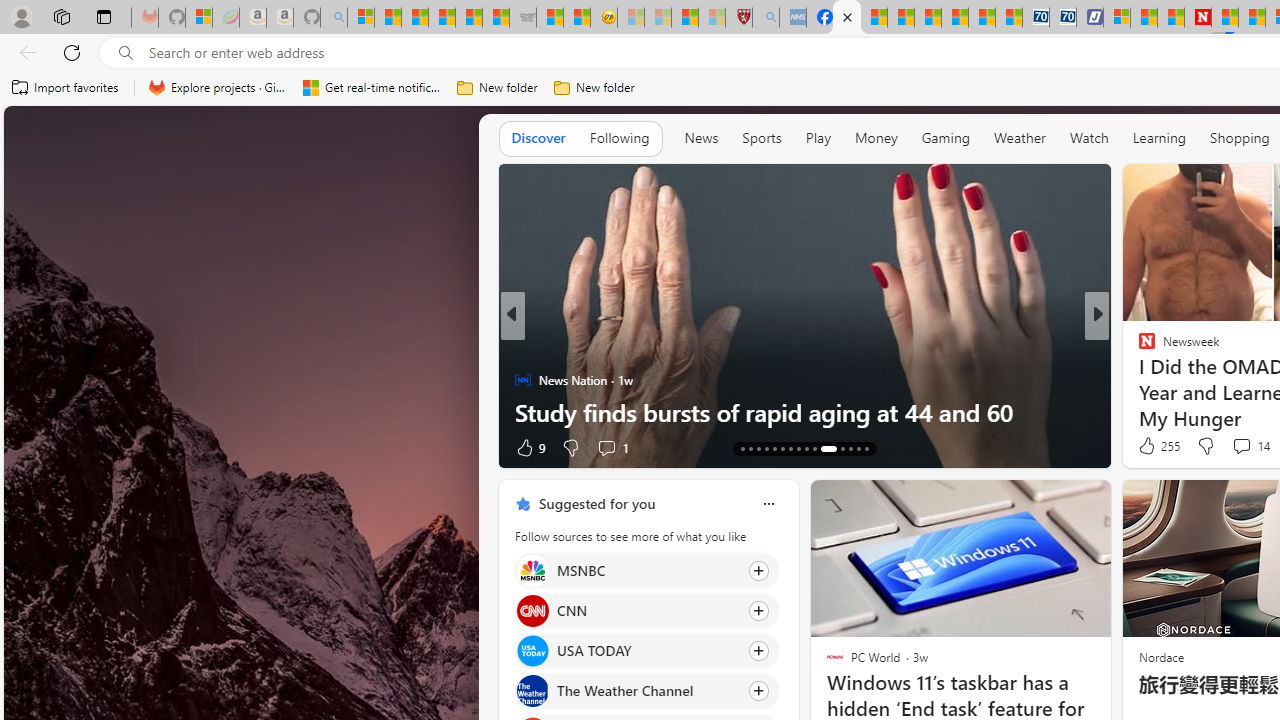  I want to click on 'The Weather Channel', so click(532, 690).